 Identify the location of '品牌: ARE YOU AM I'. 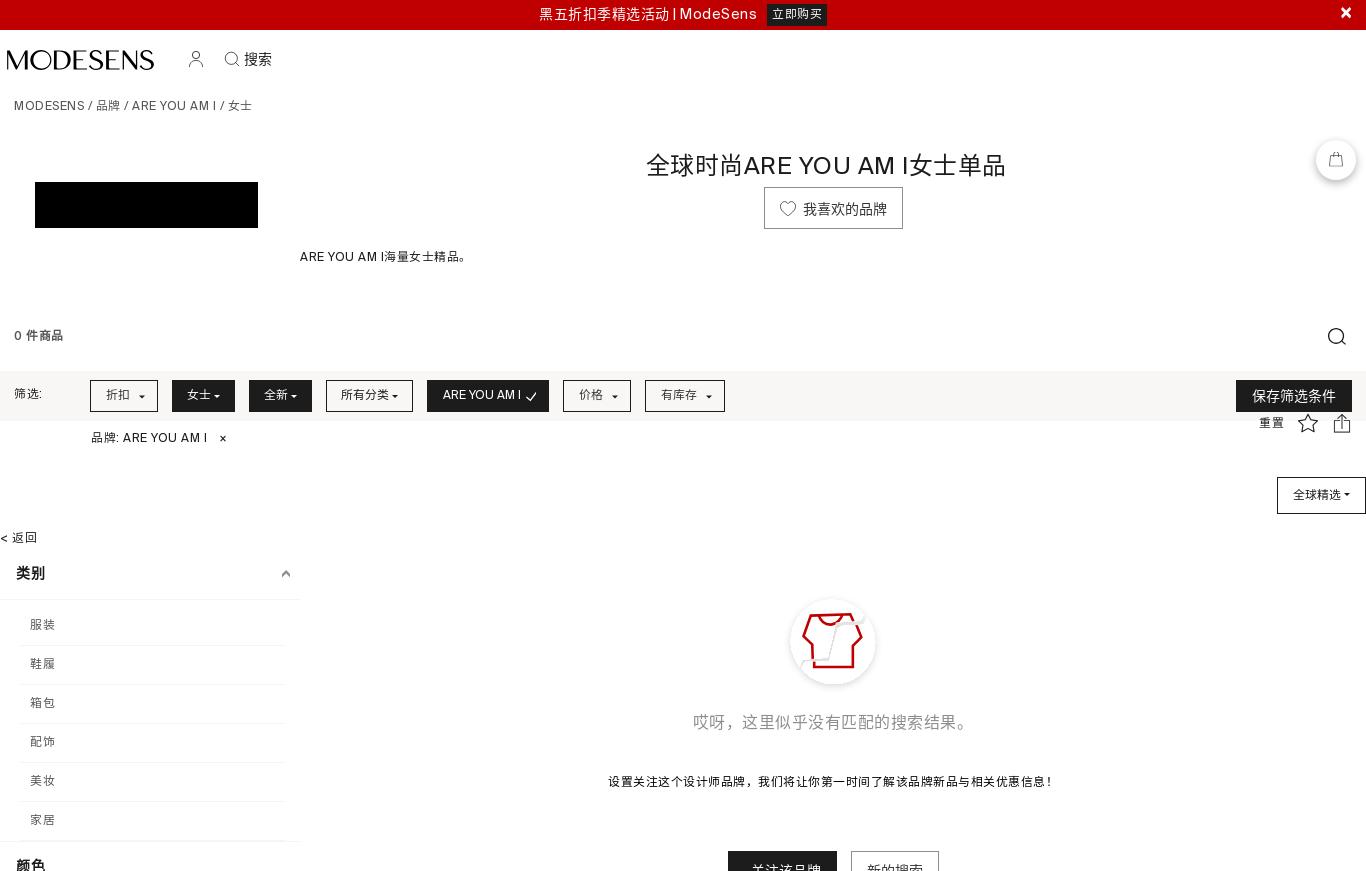
(148, 438).